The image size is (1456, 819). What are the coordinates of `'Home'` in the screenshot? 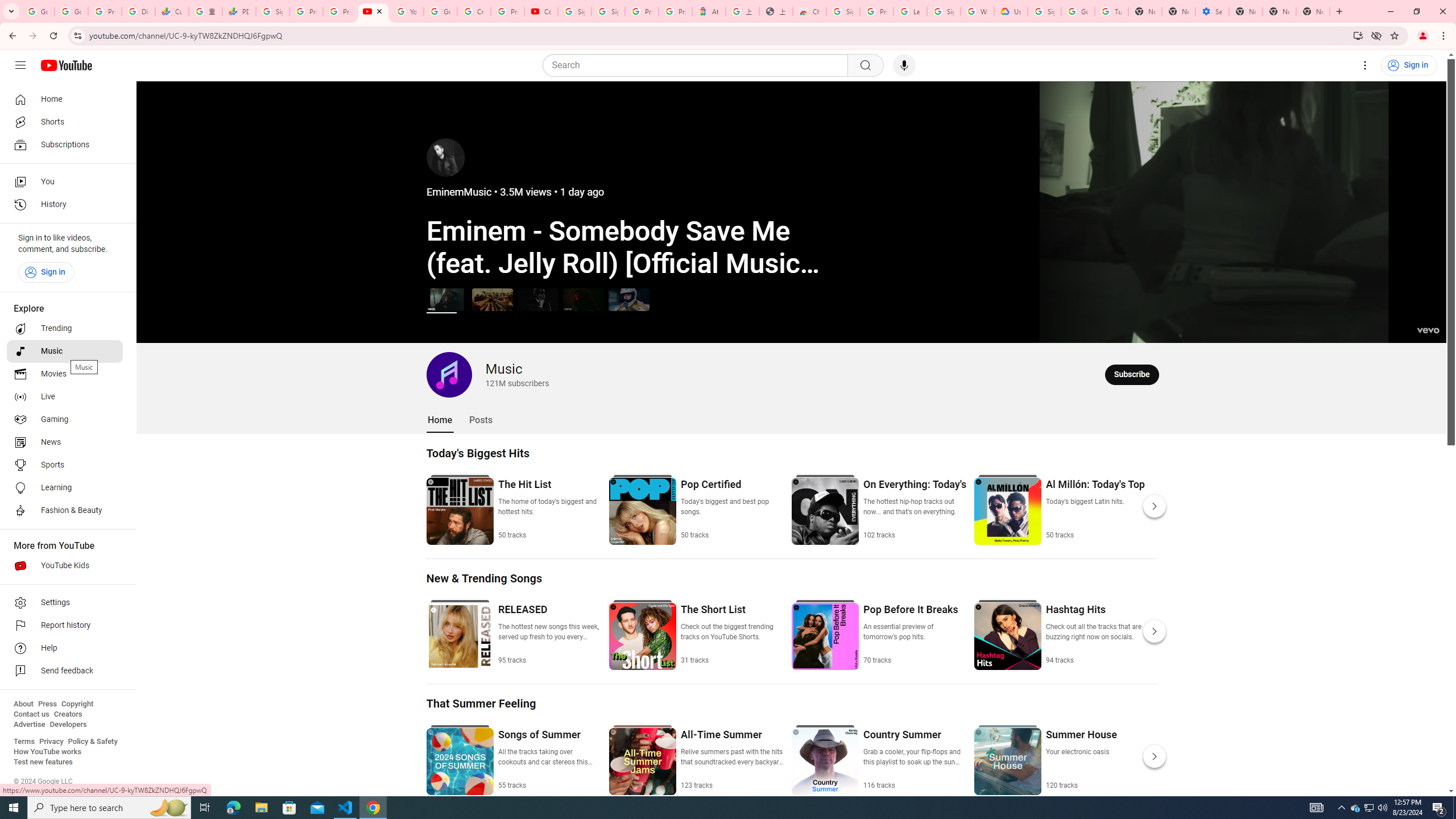 It's located at (64, 98).